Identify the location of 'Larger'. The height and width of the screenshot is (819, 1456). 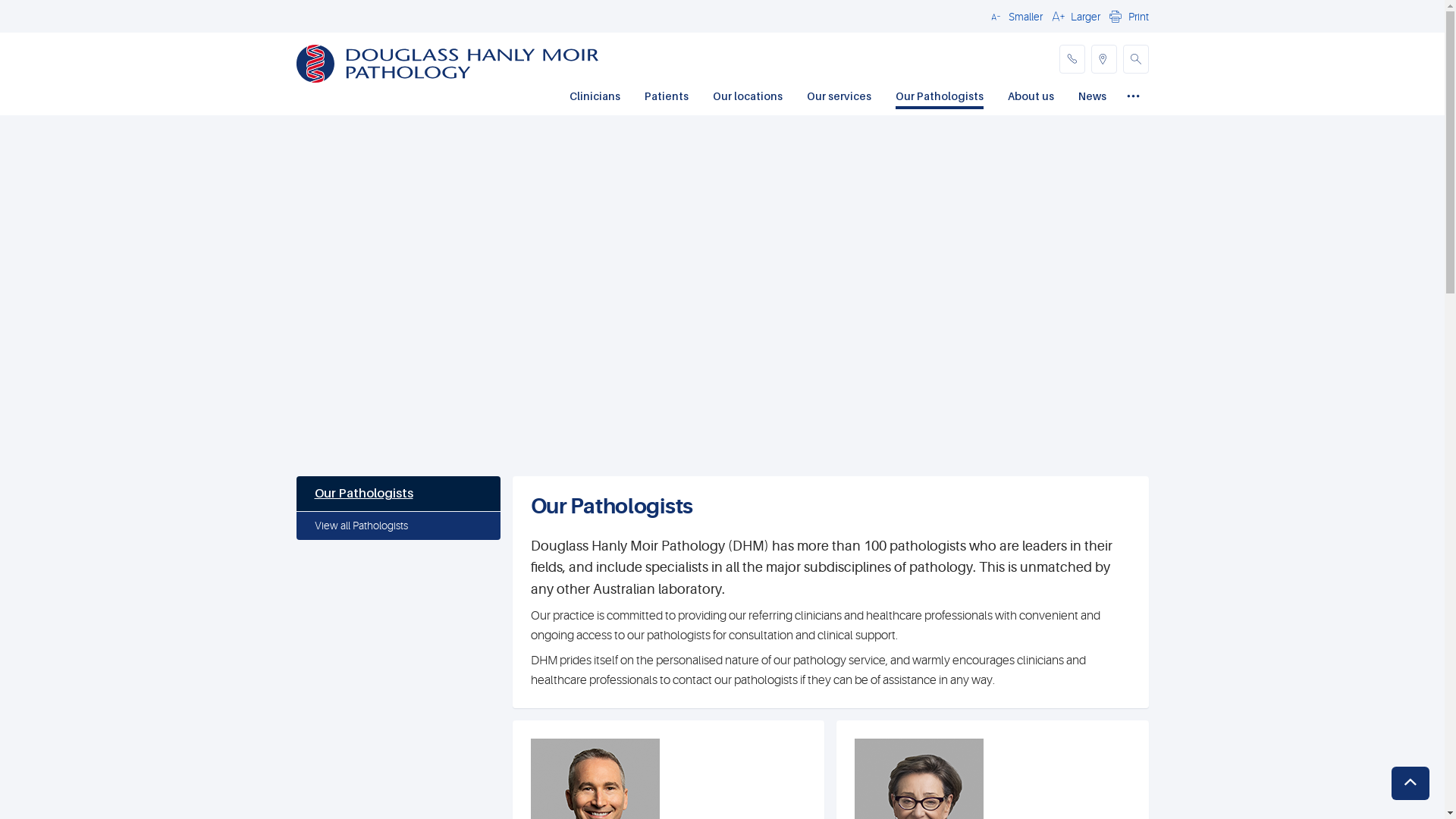
(1073, 15).